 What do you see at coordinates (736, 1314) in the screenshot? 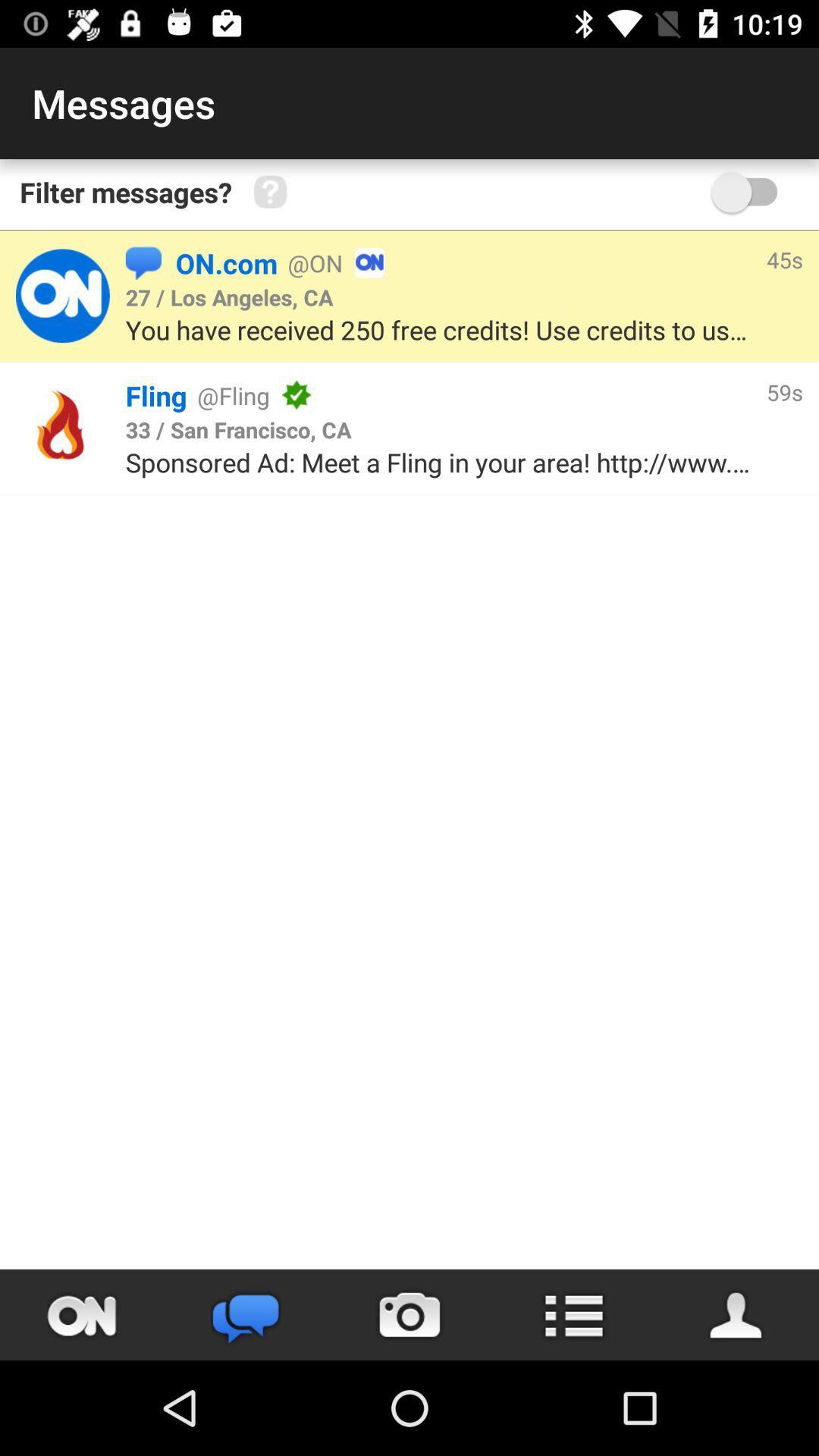
I see `men 's favorite` at bounding box center [736, 1314].